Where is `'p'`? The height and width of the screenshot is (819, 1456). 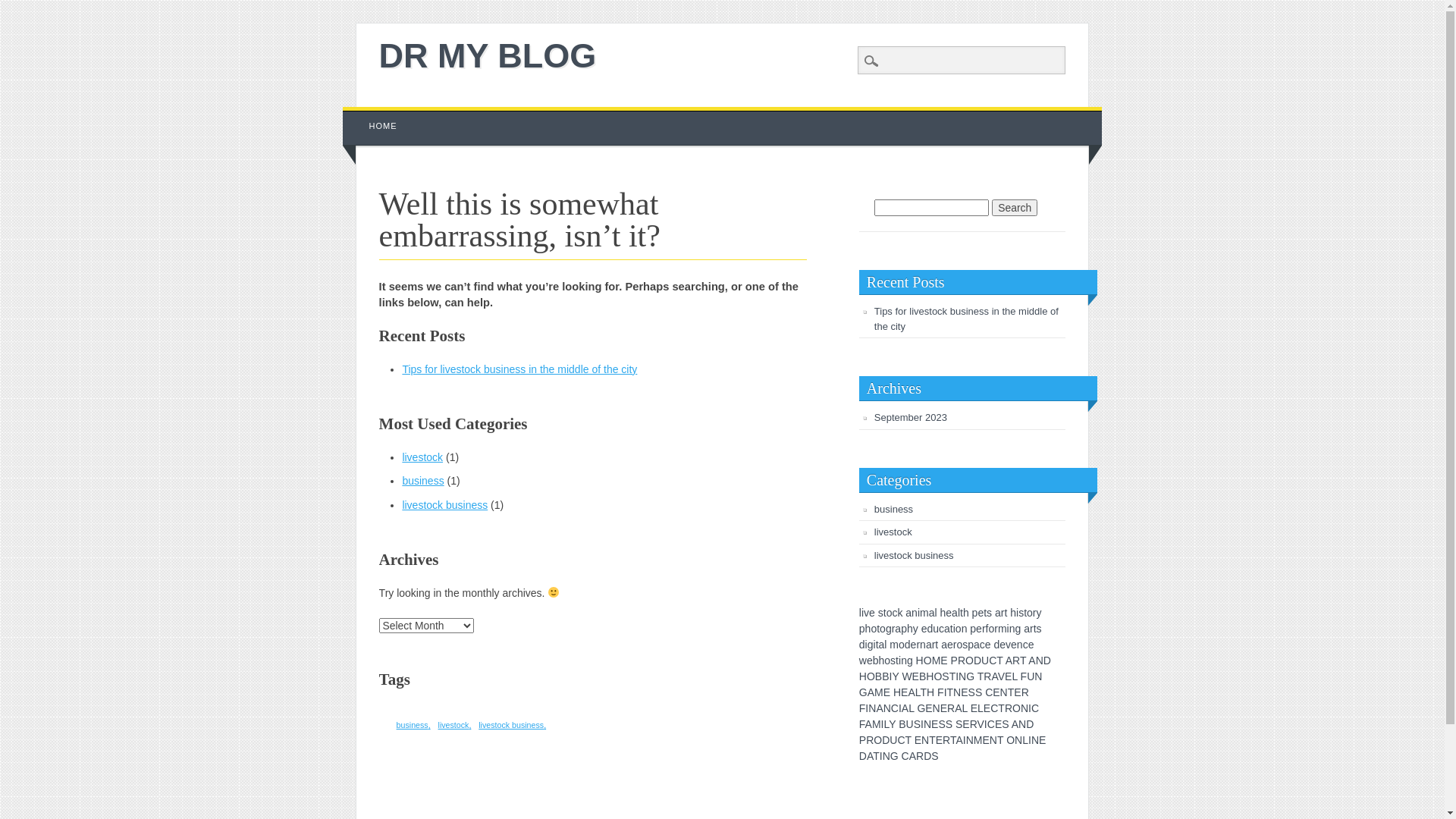 'p' is located at coordinates (972, 629).